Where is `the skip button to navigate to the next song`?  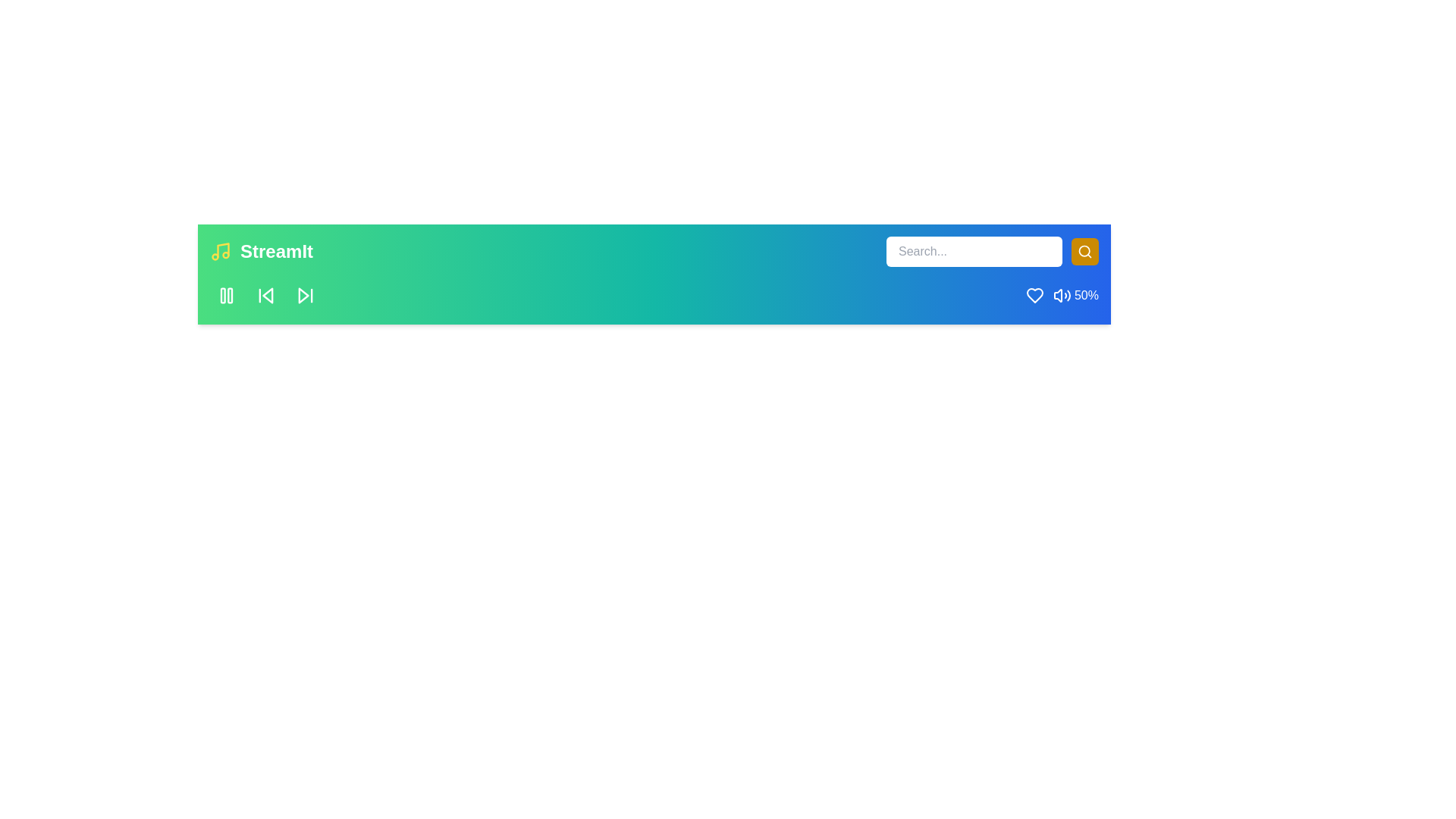 the skip button to navigate to the next song is located at coordinates (305, 295).